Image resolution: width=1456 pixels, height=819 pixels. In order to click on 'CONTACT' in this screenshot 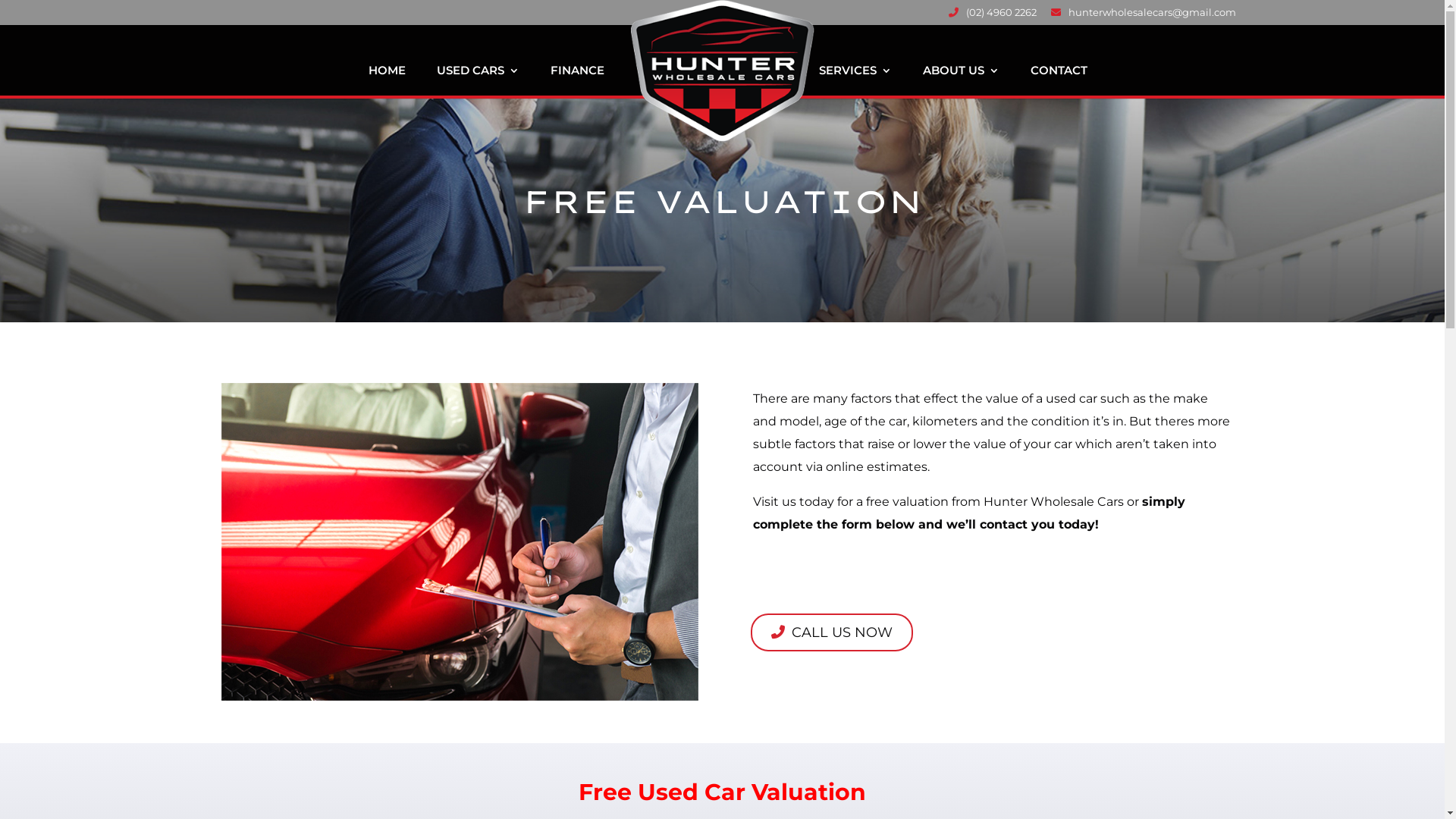, I will do `click(1057, 82)`.